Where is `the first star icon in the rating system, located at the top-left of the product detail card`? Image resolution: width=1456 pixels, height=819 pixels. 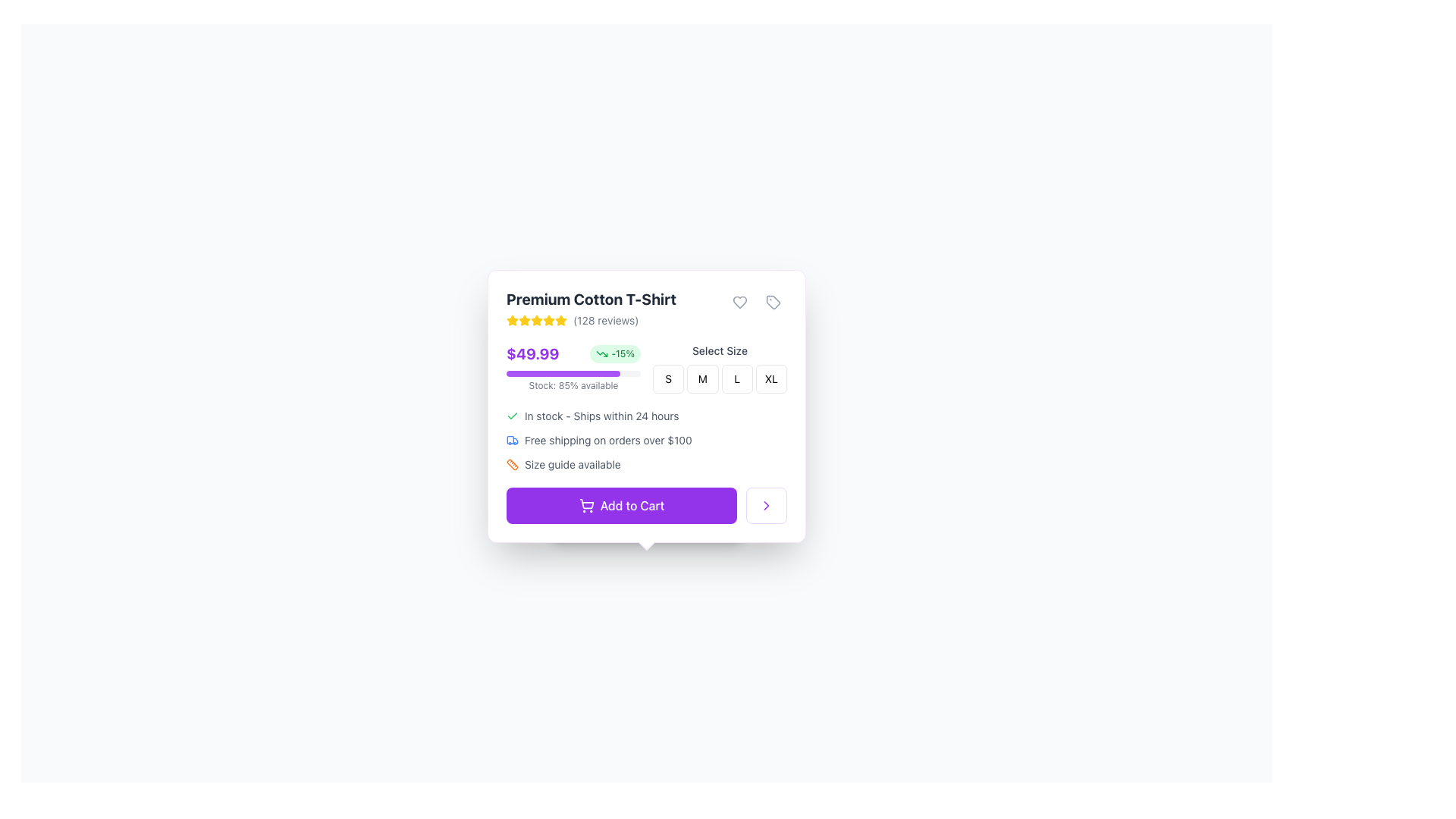
the first star icon in the rating system, located at the top-left of the product detail card is located at coordinates (524, 319).